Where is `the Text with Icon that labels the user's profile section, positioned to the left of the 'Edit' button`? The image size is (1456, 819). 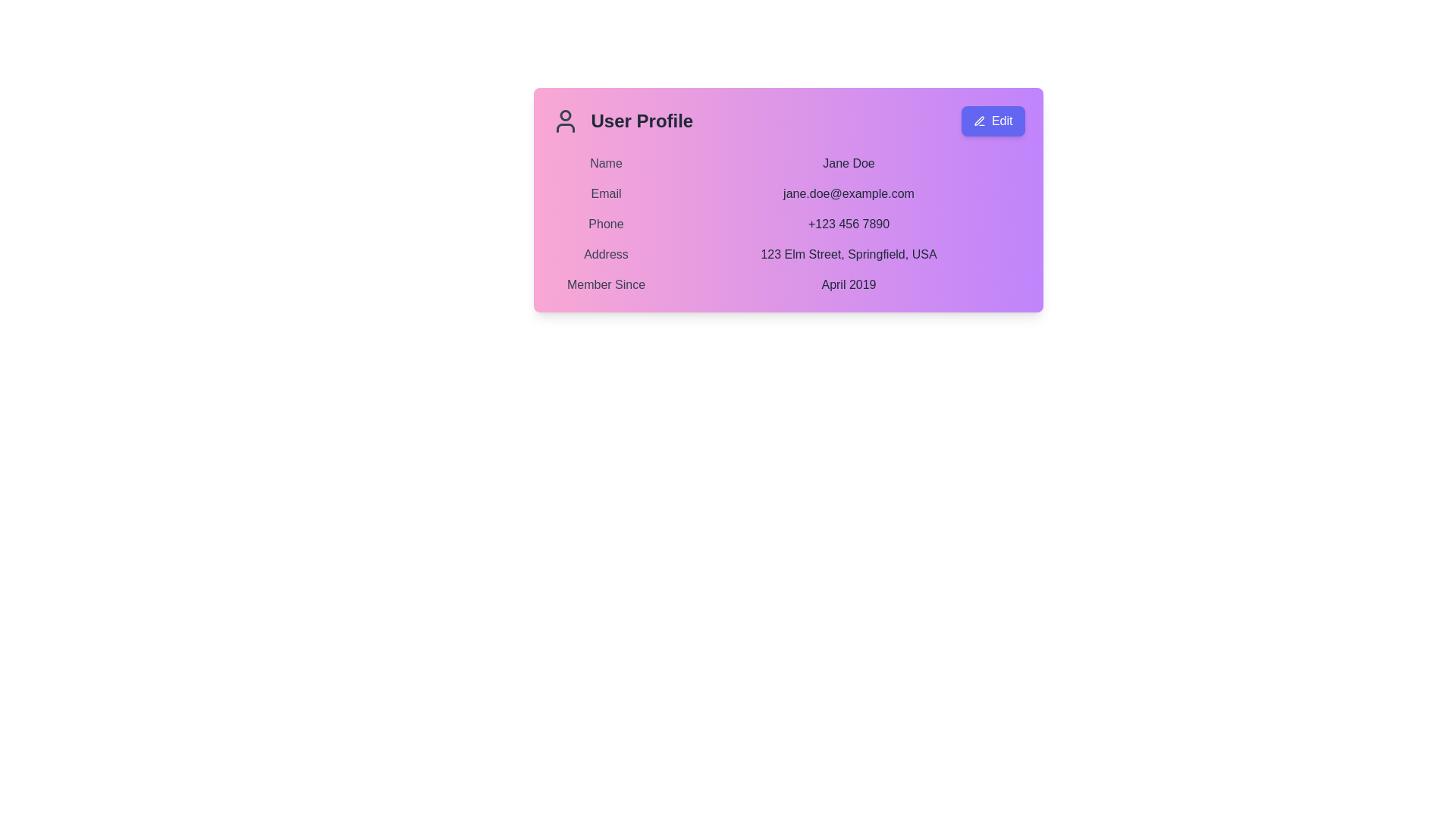 the Text with Icon that labels the user's profile section, positioned to the left of the 'Edit' button is located at coordinates (622, 120).